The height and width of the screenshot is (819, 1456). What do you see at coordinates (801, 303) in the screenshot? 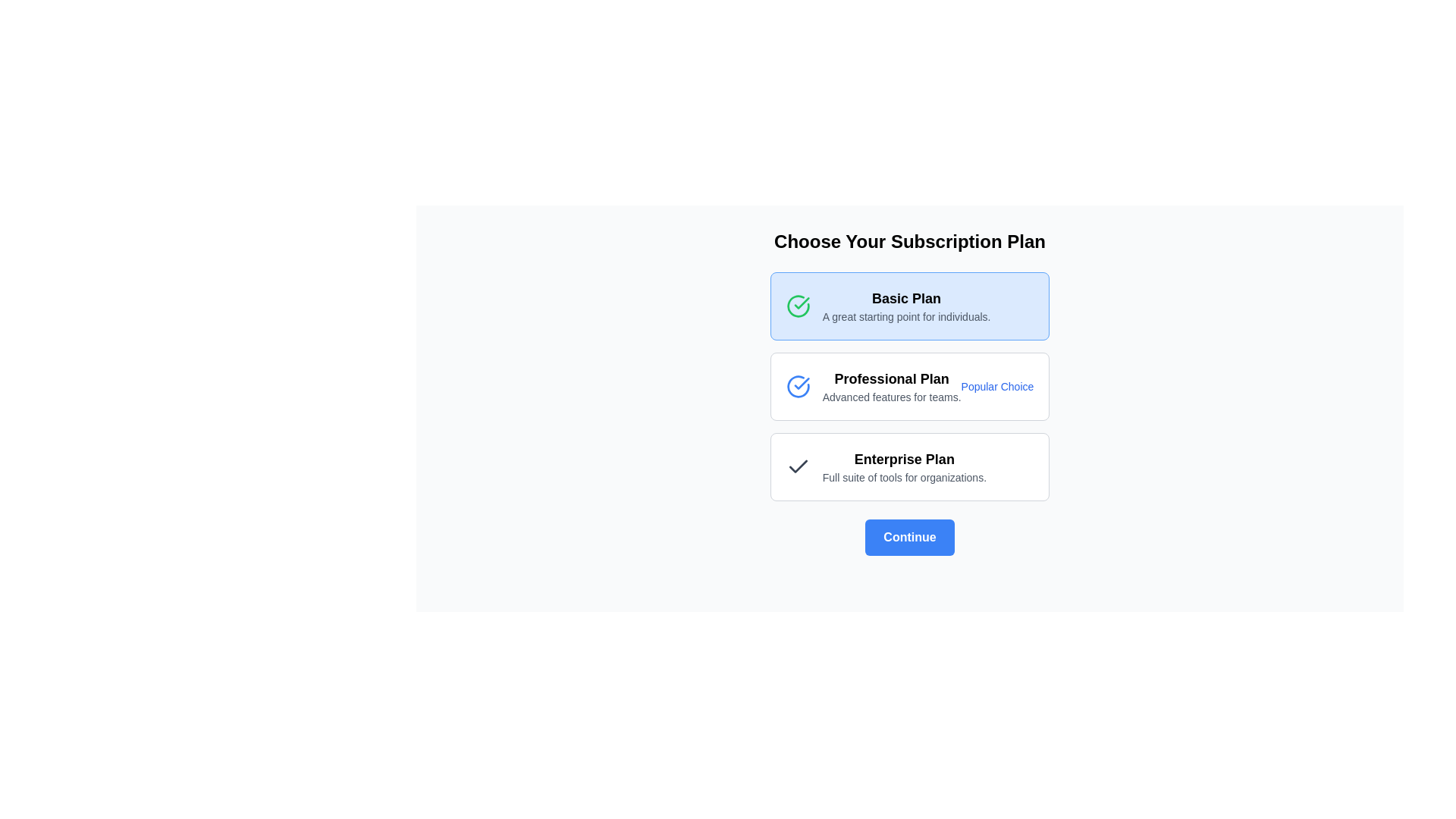
I see `the check mark symbol within the circular icon that indicates the selected 'Basic Plan' subscription option in the topmost subscription option card` at bounding box center [801, 303].